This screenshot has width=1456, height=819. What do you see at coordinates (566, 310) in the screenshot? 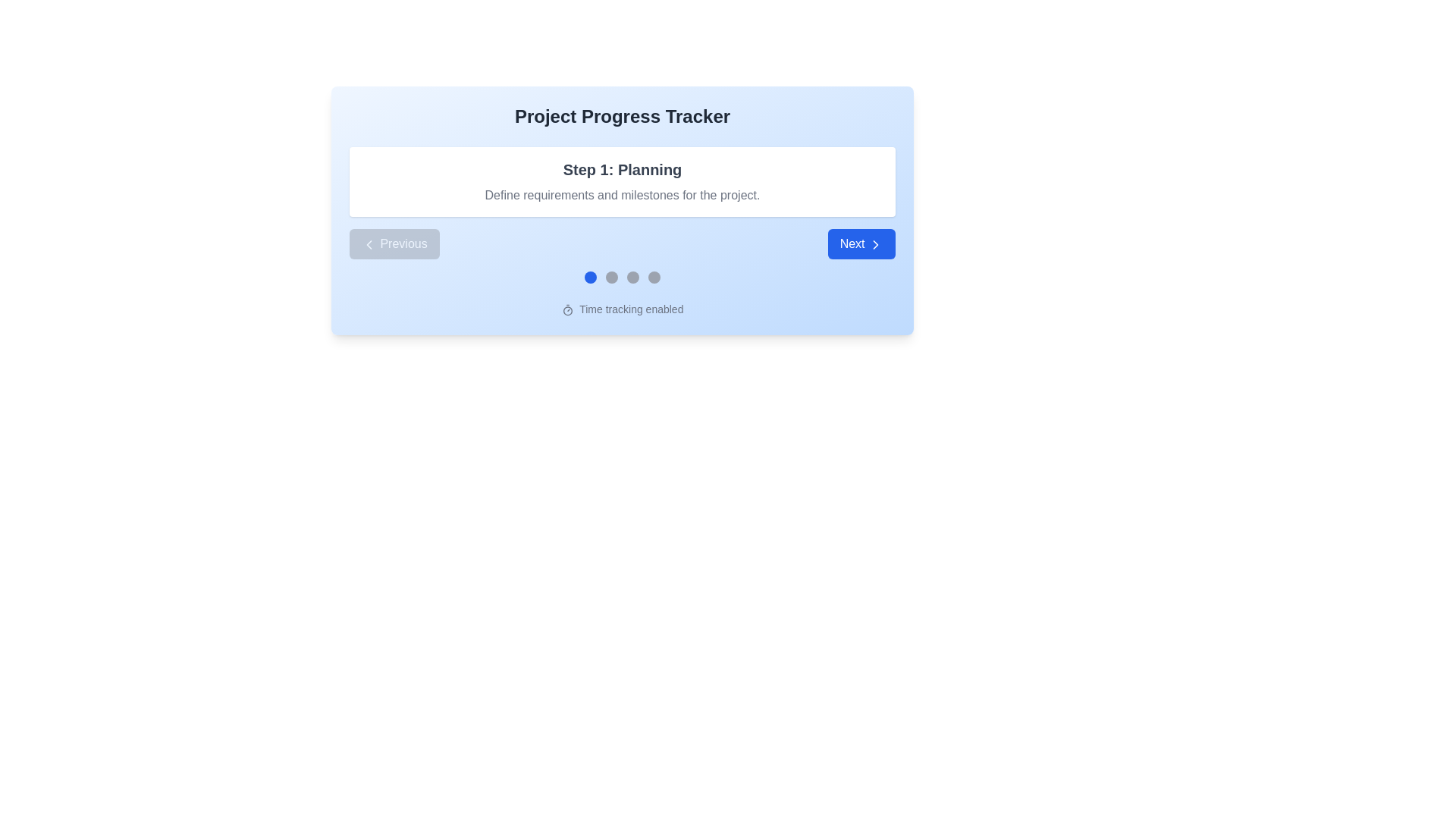
I see `the circular timer icon located to the left of the 'Time tracking enabled' text in the lower section of the interface` at bounding box center [566, 310].